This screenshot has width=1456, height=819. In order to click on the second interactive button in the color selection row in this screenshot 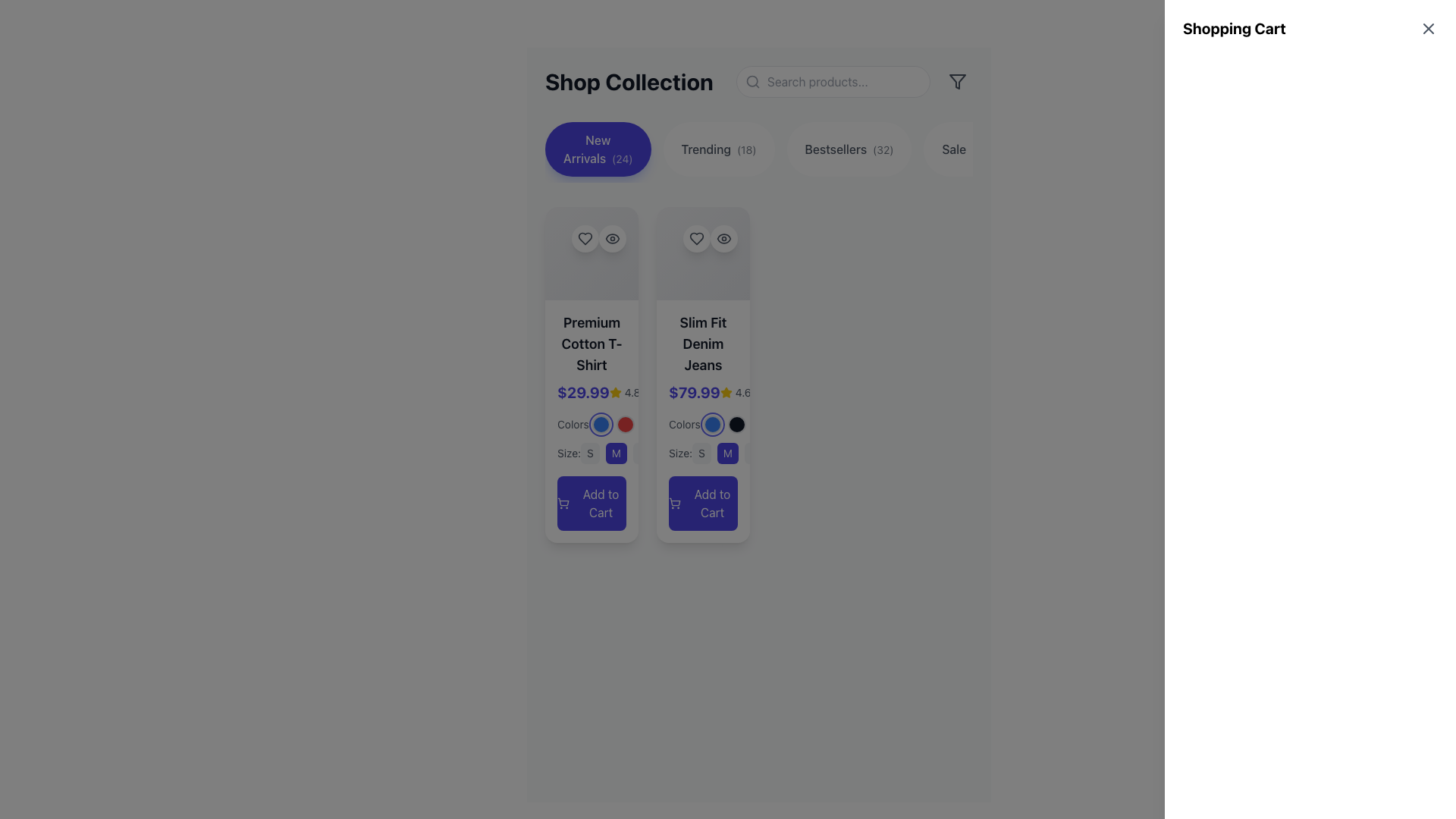, I will do `click(625, 424)`.